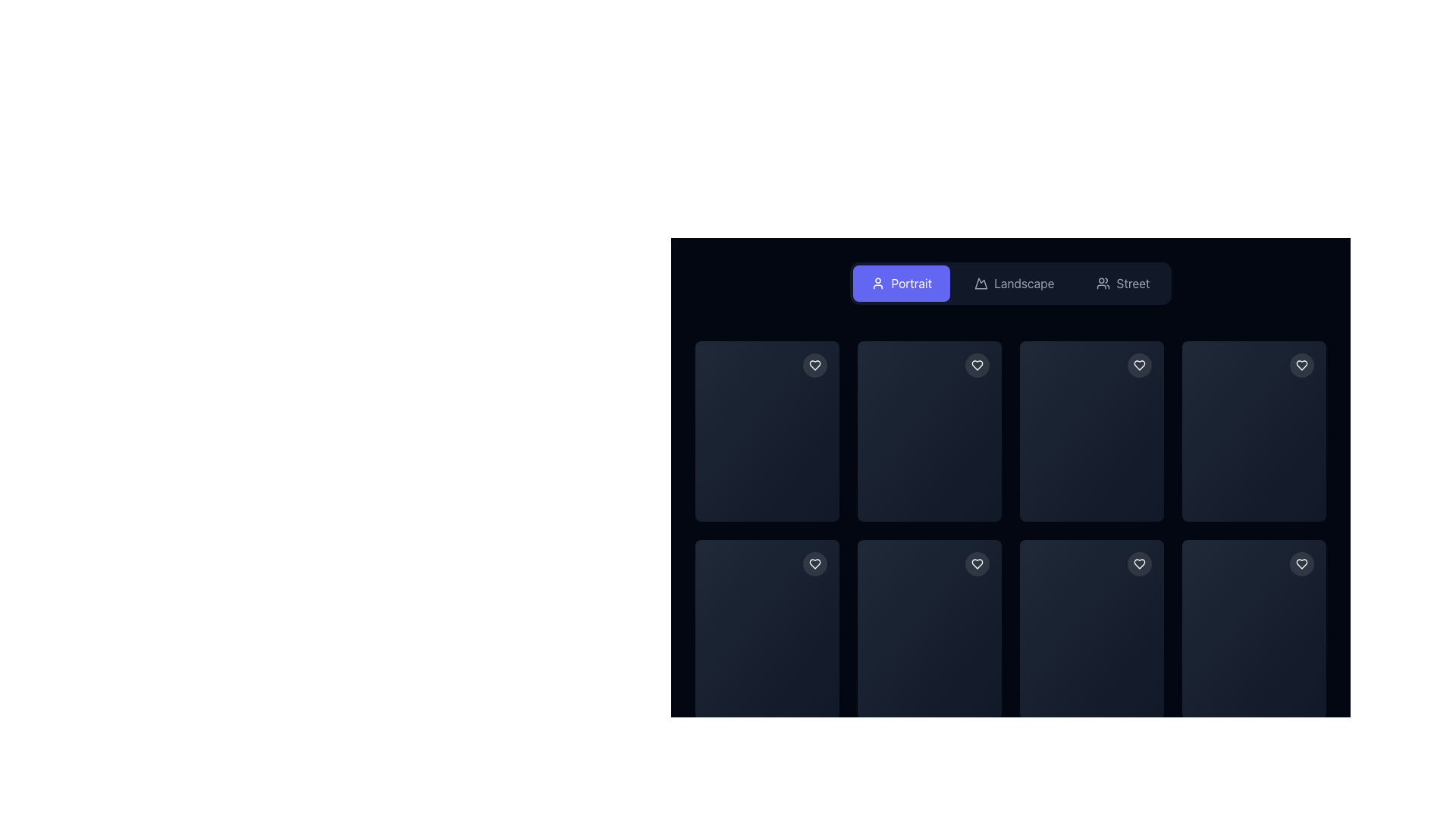 The image size is (1456, 819). What do you see at coordinates (1011, 284) in the screenshot?
I see `the segmented control button group located at the top center of the interface` at bounding box center [1011, 284].